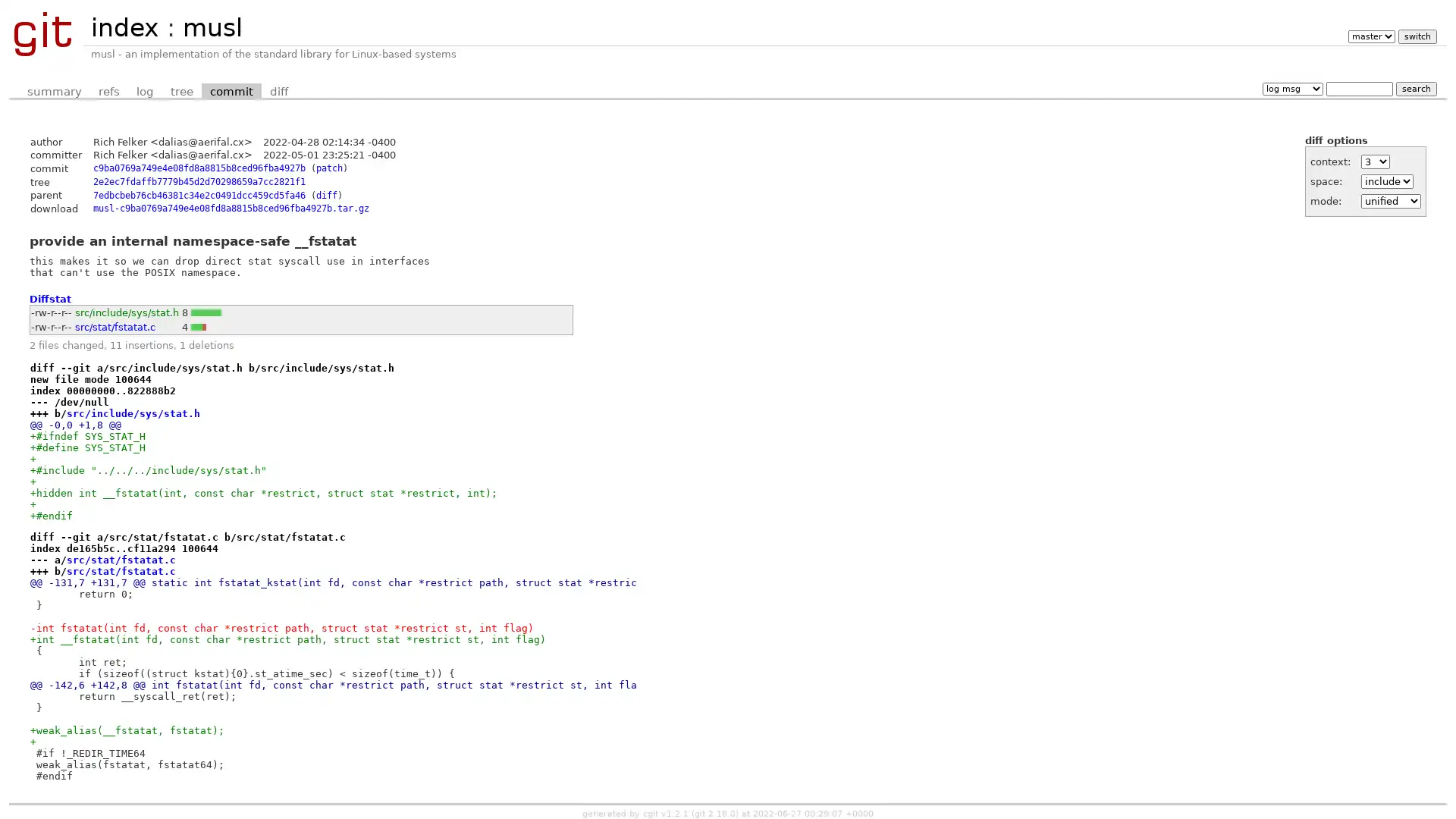 The height and width of the screenshot is (819, 1456). Describe the element at coordinates (1415, 88) in the screenshot. I see `search` at that location.